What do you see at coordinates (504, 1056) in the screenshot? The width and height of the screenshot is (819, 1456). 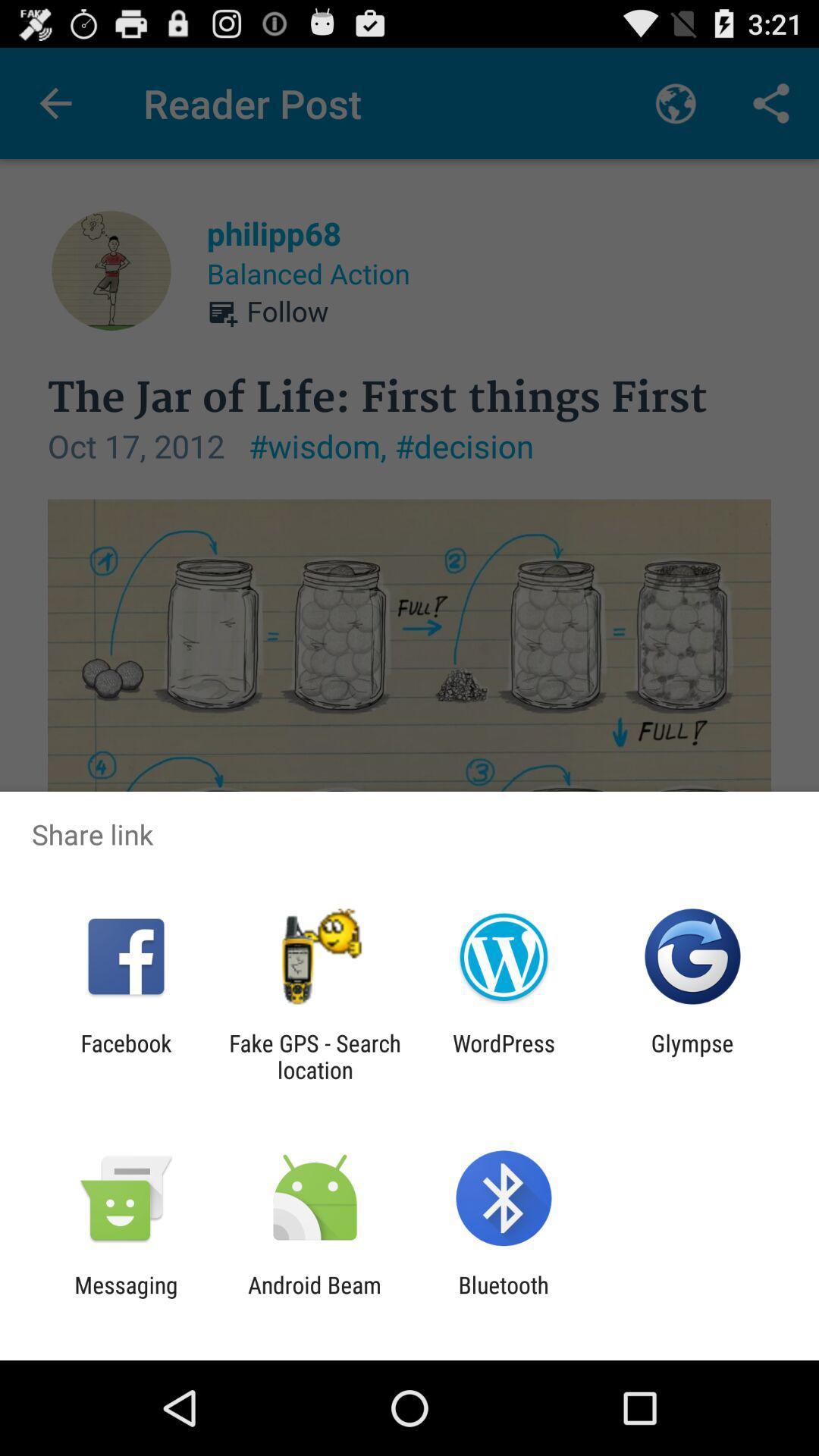 I see `item to the left of glympse` at bounding box center [504, 1056].